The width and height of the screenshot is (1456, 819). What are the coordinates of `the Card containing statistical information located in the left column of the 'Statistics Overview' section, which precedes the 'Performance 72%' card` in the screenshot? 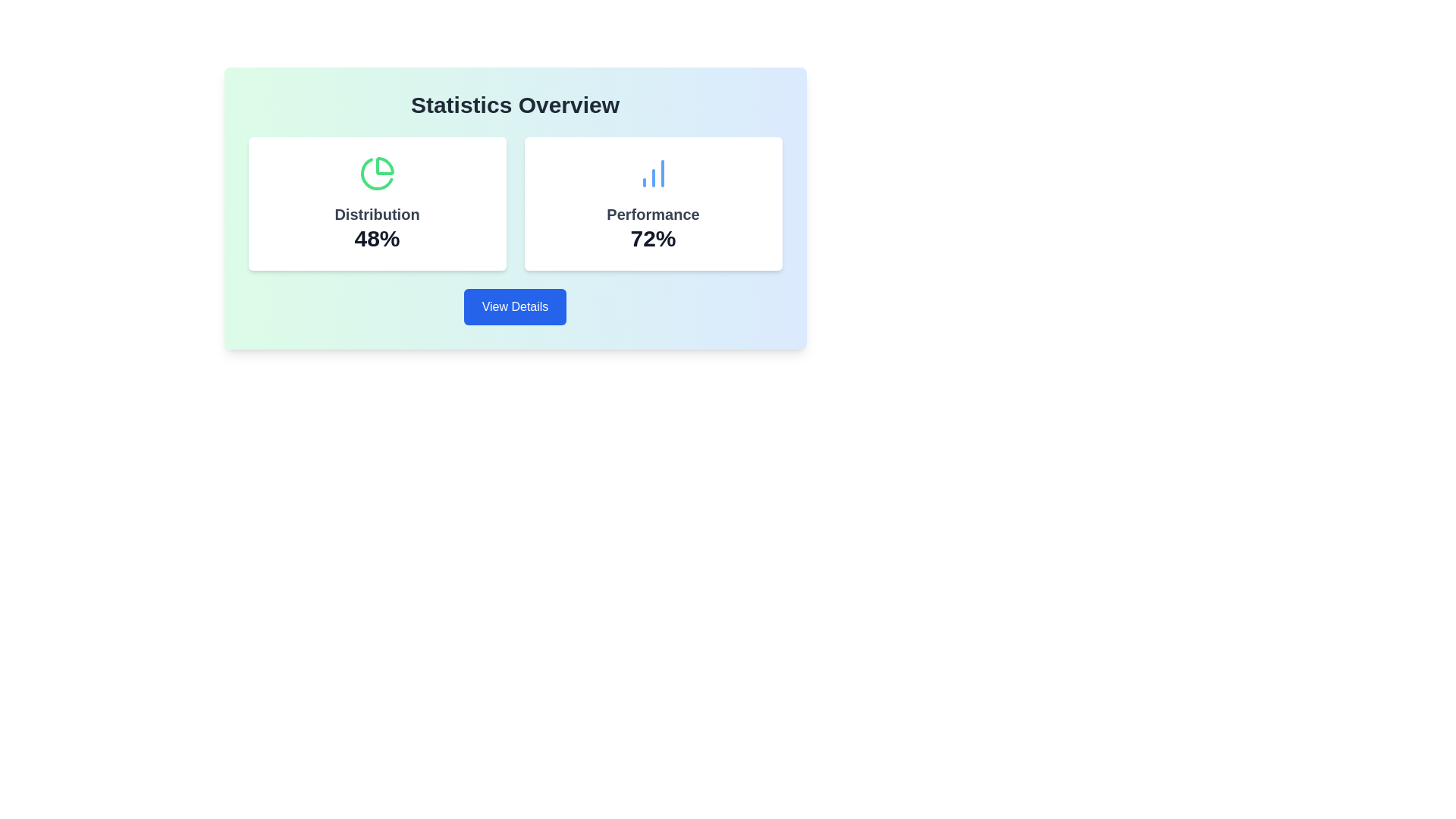 It's located at (377, 203).